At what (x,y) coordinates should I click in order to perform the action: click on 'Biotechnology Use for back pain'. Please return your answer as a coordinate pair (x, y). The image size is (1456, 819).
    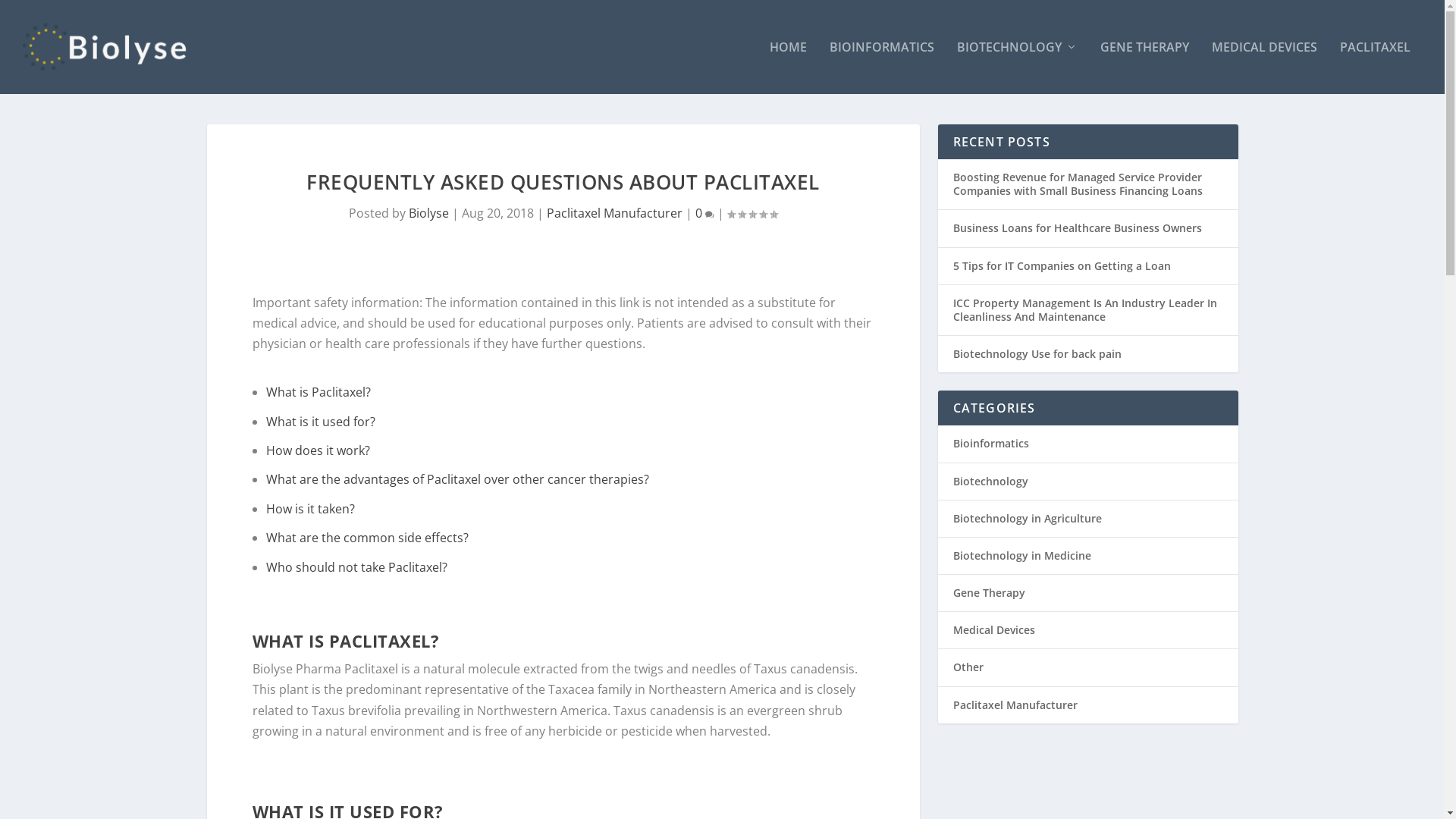
    Looking at the image, I should click on (1036, 353).